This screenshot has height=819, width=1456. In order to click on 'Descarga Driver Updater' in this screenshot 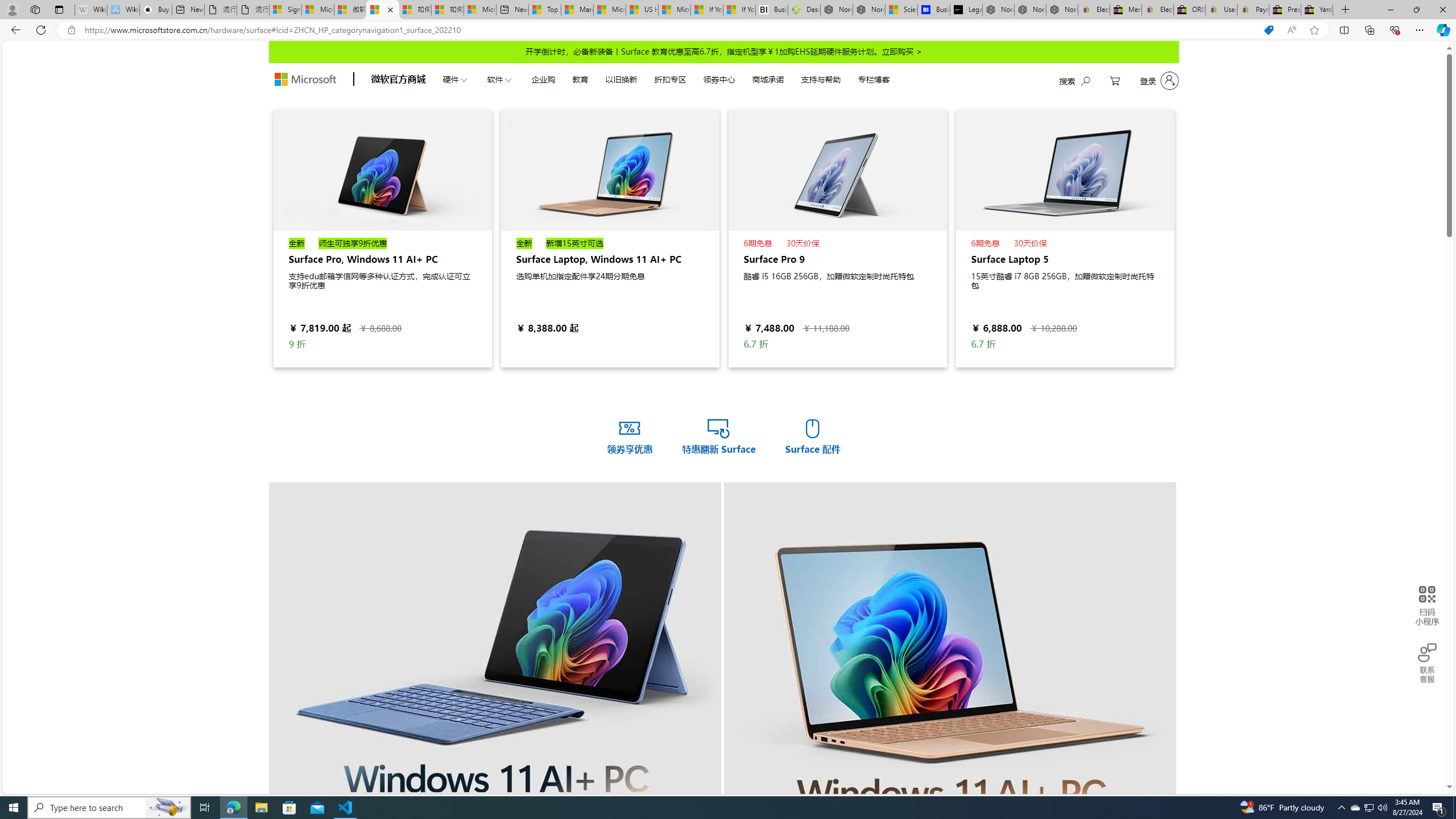, I will do `click(804, 9)`.